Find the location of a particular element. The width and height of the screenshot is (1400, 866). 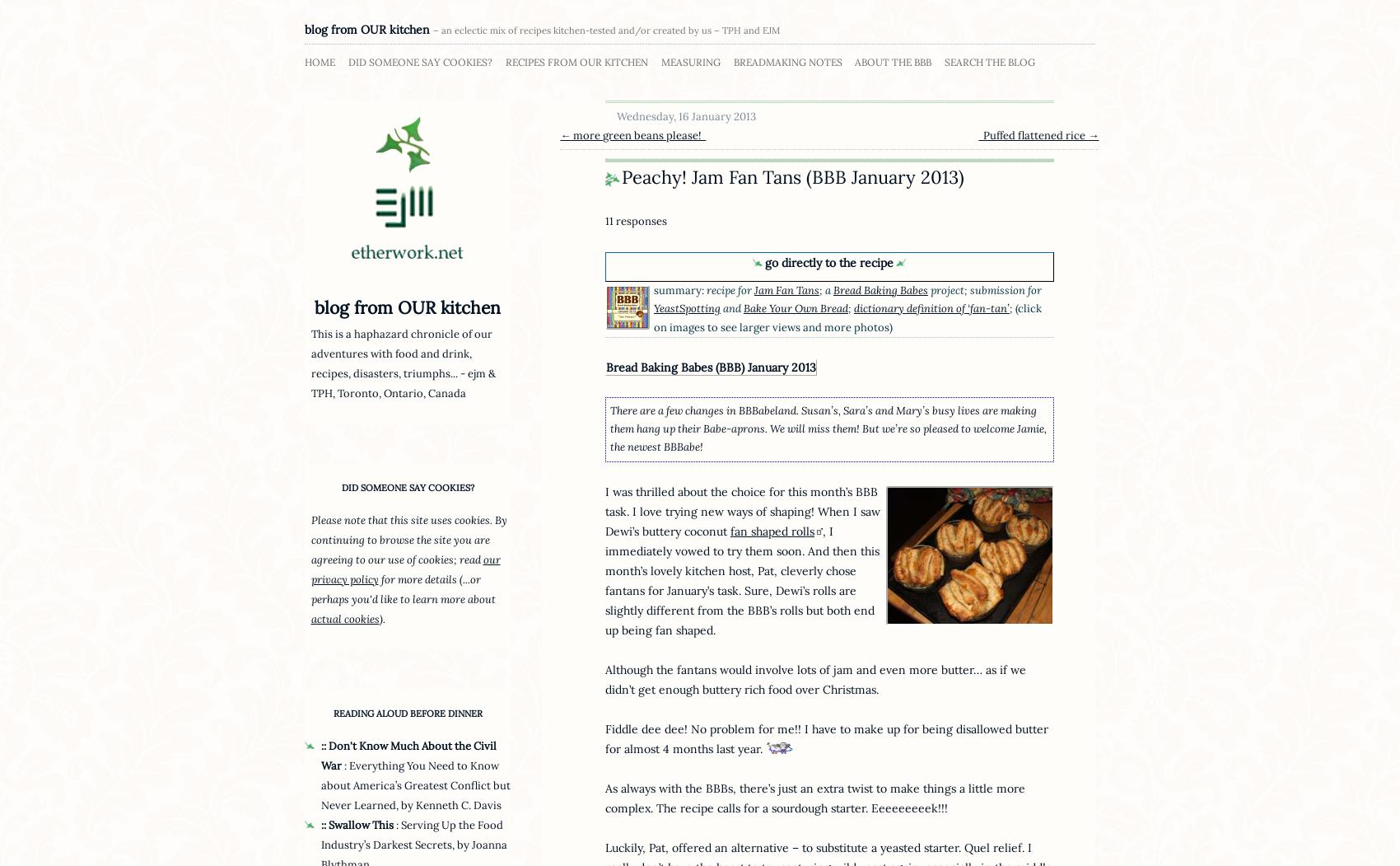

'did someone say cookies?' is located at coordinates (339, 486).